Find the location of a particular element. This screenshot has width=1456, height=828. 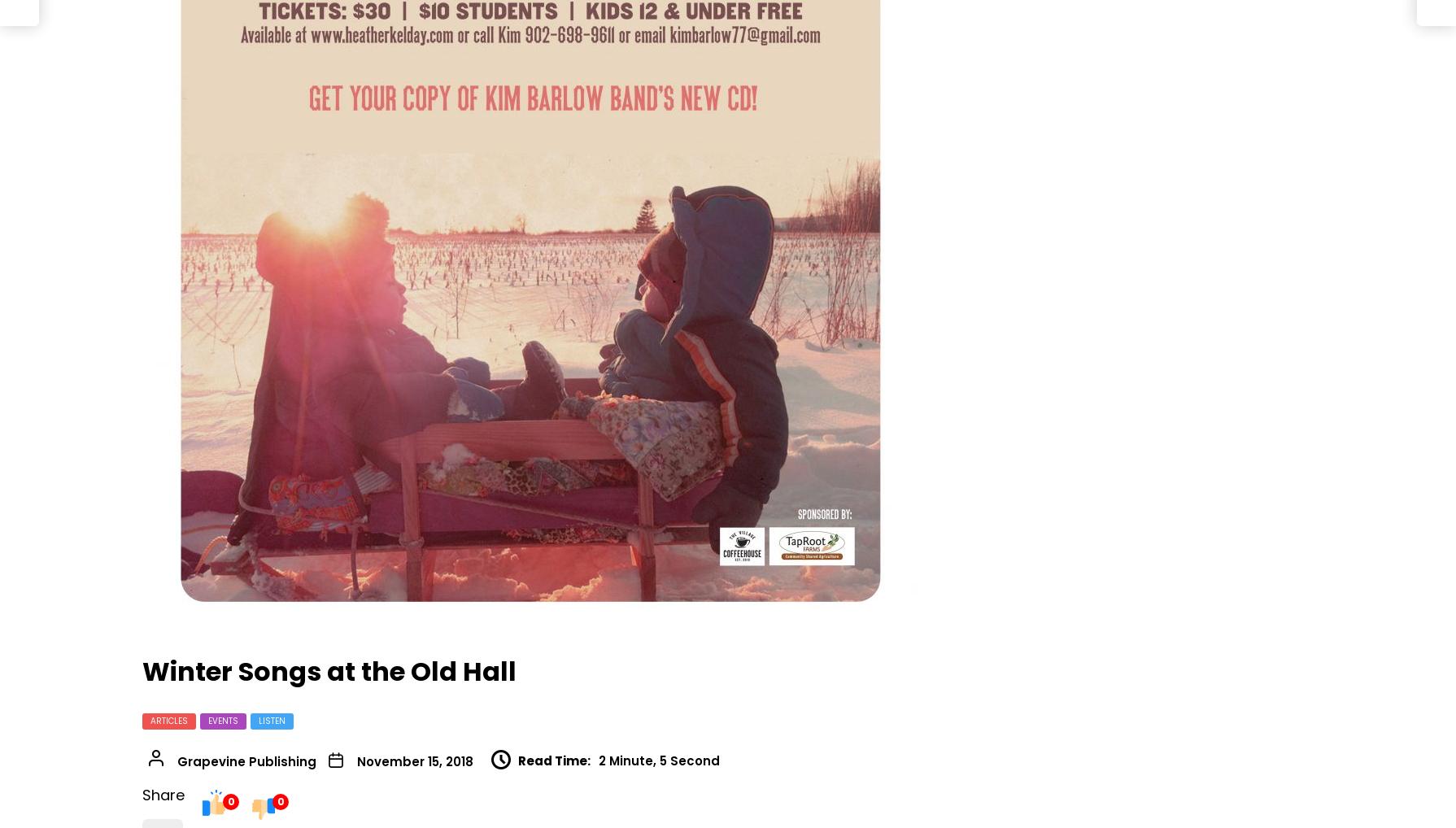

'November 15, 2018' is located at coordinates (356, 760).